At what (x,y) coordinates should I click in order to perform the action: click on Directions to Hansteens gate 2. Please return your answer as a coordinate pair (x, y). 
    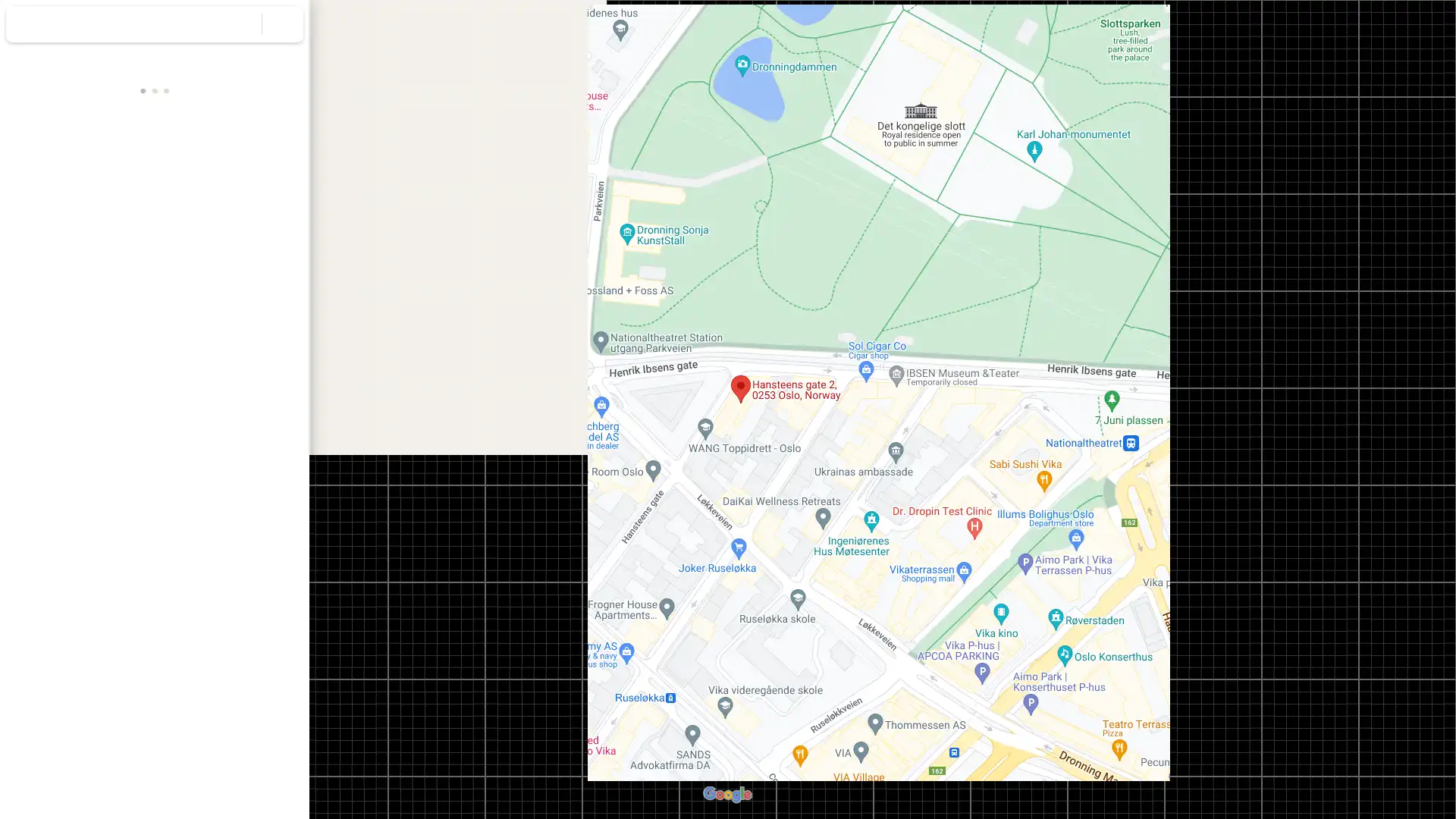
    Looking at the image, I should click on (43, 304).